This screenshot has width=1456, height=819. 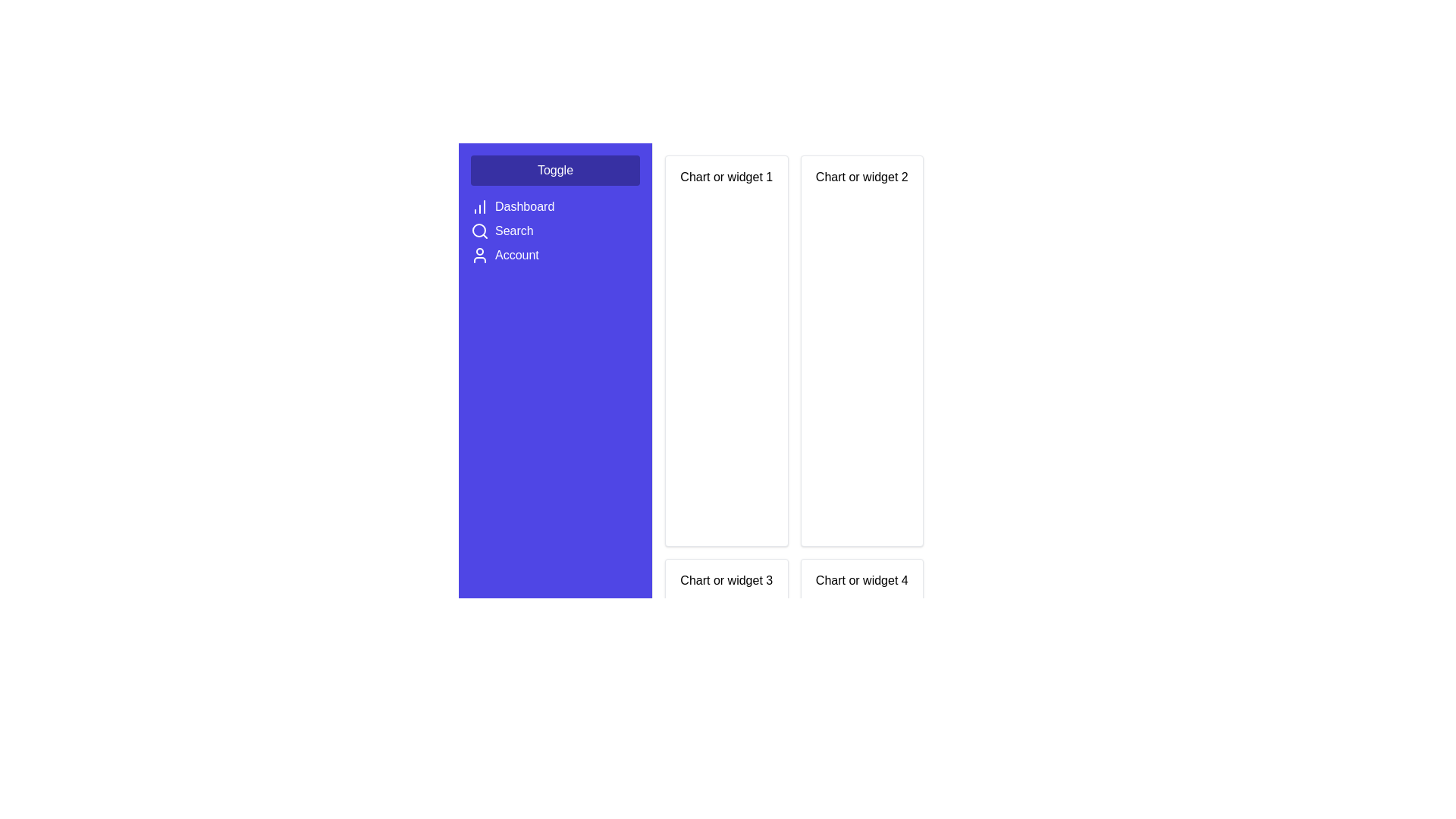 I want to click on the 'Dashboard' icon located on the left sidebar, which is positioned immediately to the left of the text 'Dashboard.', so click(x=479, y=207).